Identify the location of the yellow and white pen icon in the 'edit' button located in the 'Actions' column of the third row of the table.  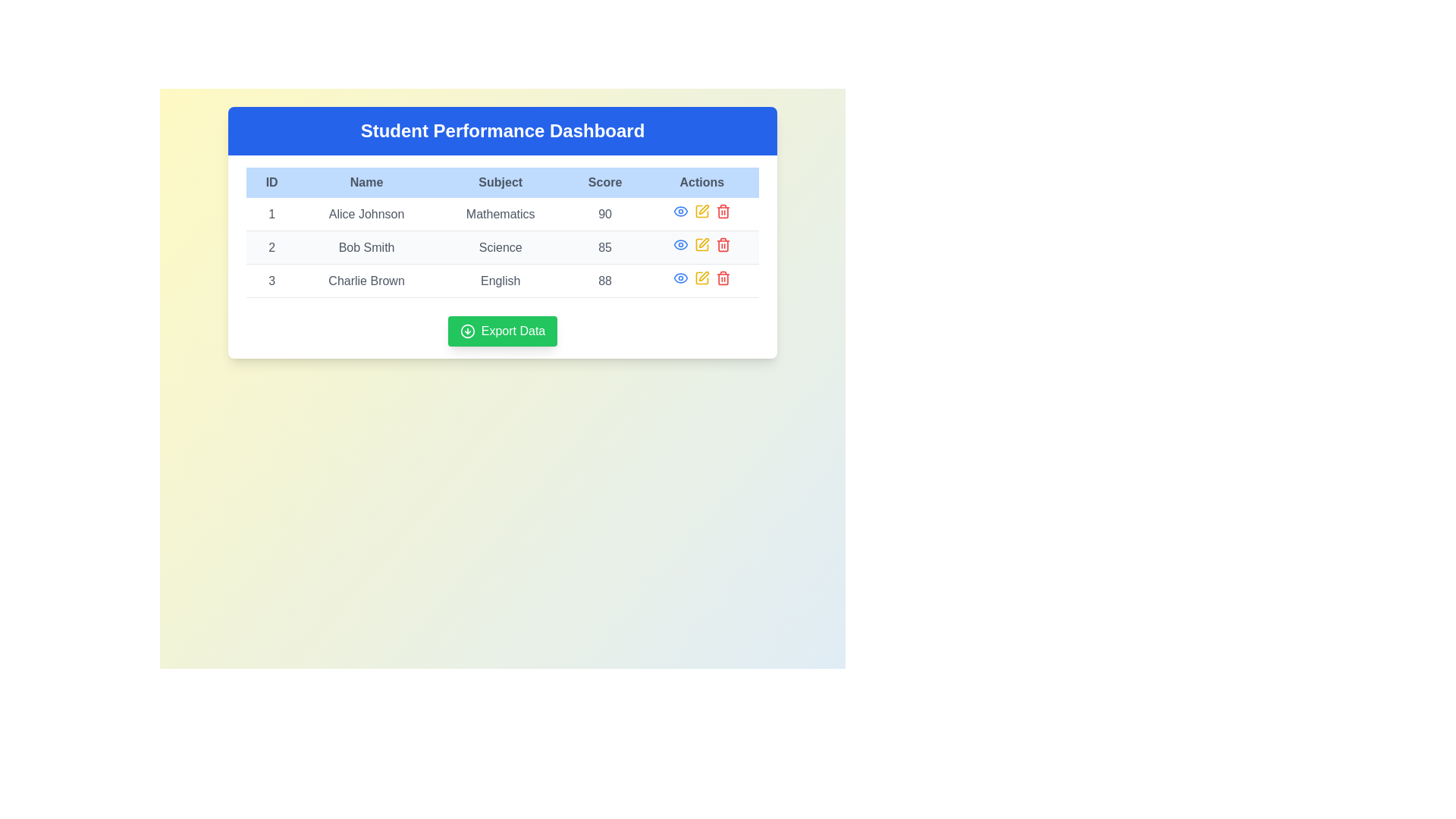
(701, 278).